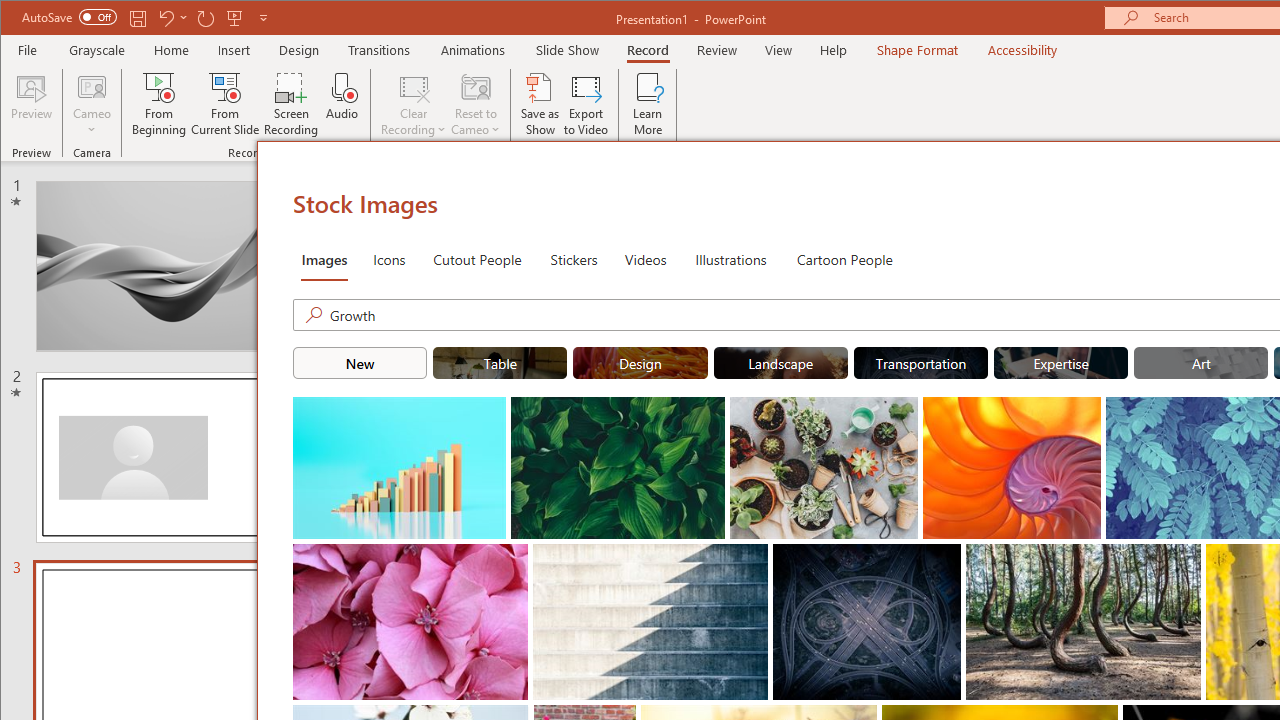 This screenshot has width=1280, height=720. What do you see at coordinates (1060, 362) in the screenshot?
I see `'"Expertise" Stock Images.'` at bounding box center [1060, 362].